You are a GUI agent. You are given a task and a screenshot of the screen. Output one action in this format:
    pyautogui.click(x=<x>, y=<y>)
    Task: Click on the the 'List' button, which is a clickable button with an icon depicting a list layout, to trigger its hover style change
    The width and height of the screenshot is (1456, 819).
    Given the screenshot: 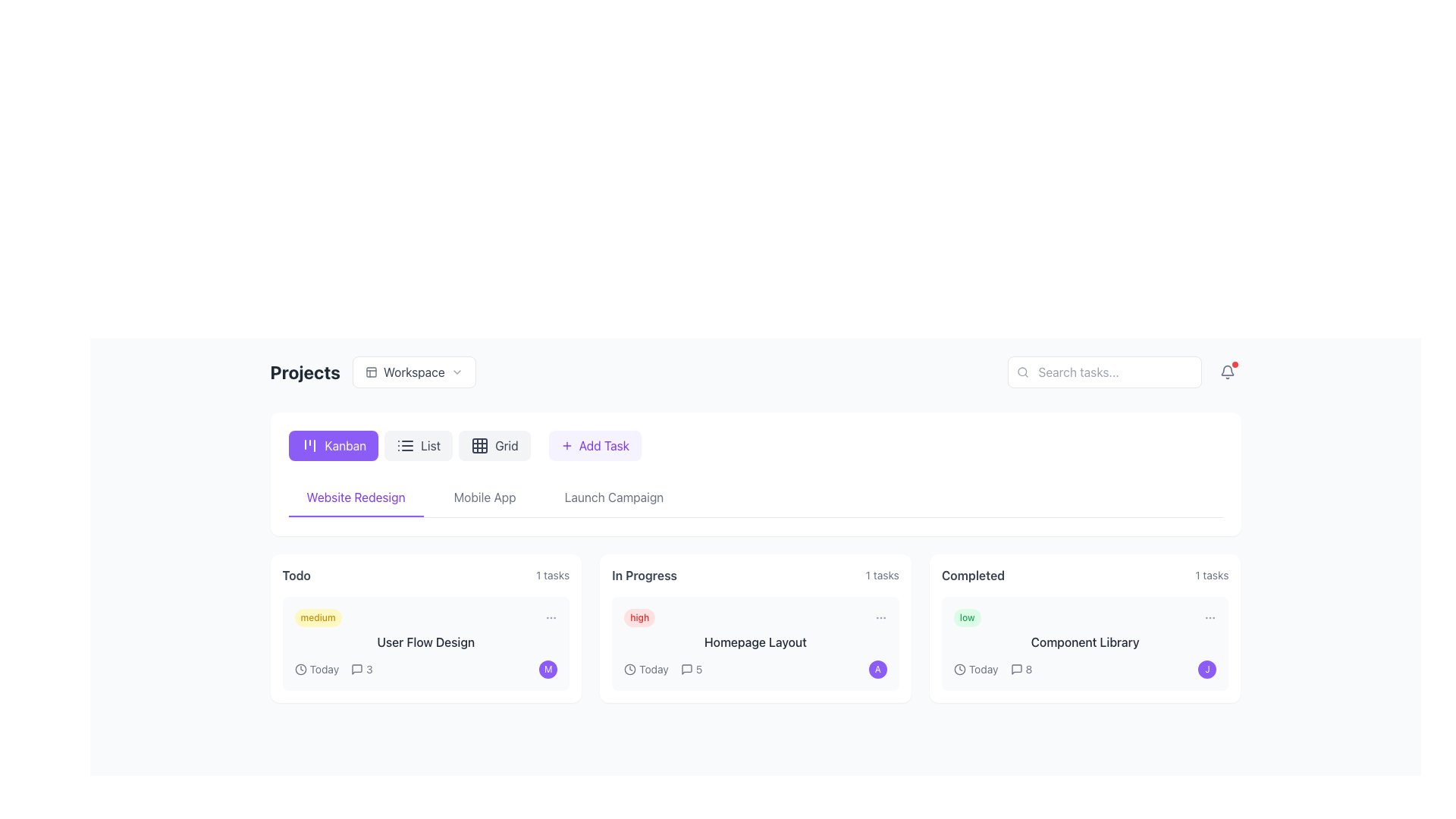 What is the action you would take?
    pyautogui.click(x=409, y=444)
    